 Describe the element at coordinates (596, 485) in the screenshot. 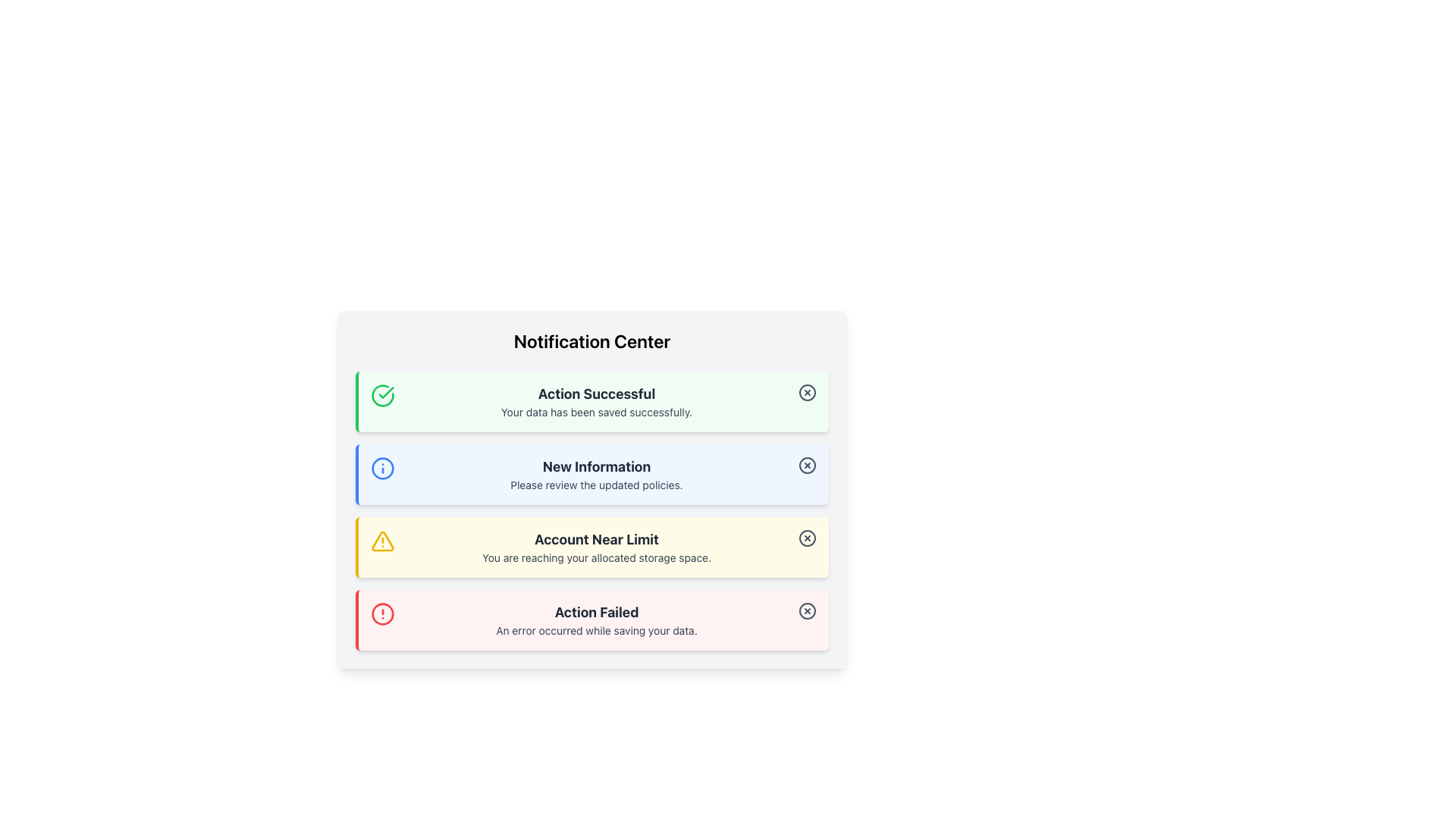

I see `the static text located within the 'New Information' notification card, specifically positioned under the bolded title text` at that location.